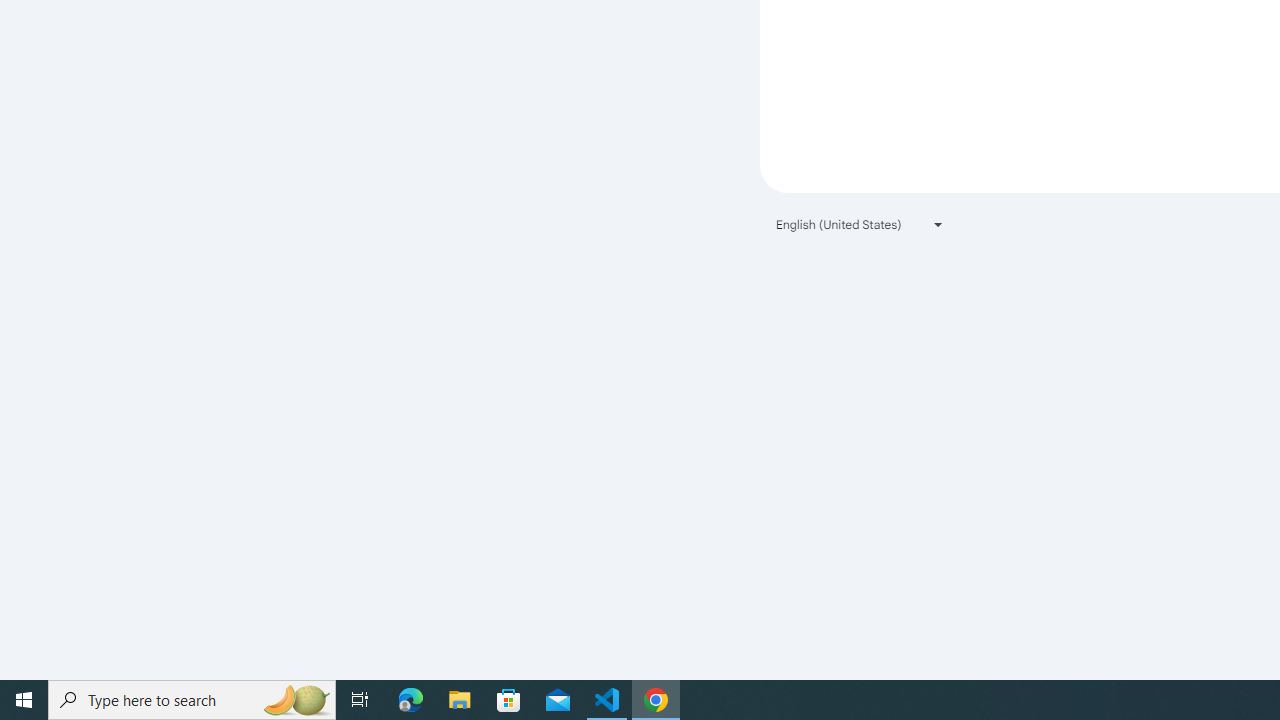 Image resolution: width=1280 pixels, height=720 pixels. I want to click on 'English (United States)', so click(860, 224).